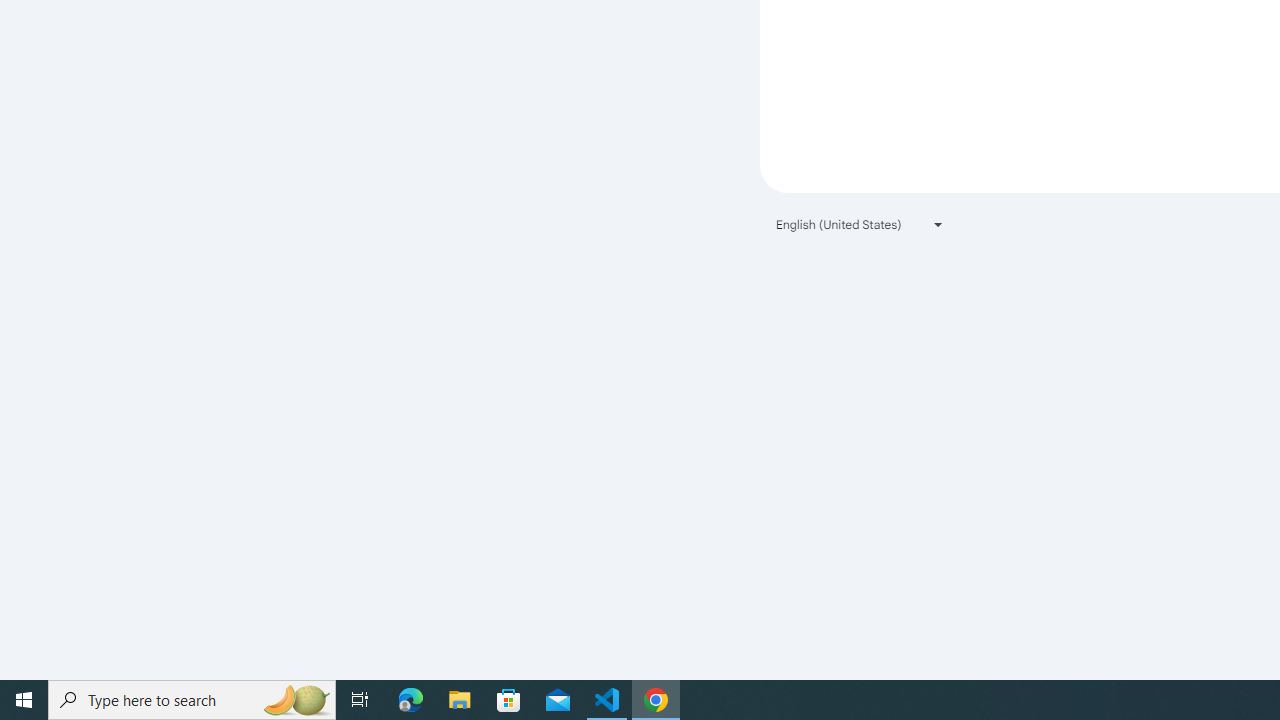 Image resolution: width=1280 pixels, height=720 pixels. I want to click on 'English (United States)', so click(860, 224).